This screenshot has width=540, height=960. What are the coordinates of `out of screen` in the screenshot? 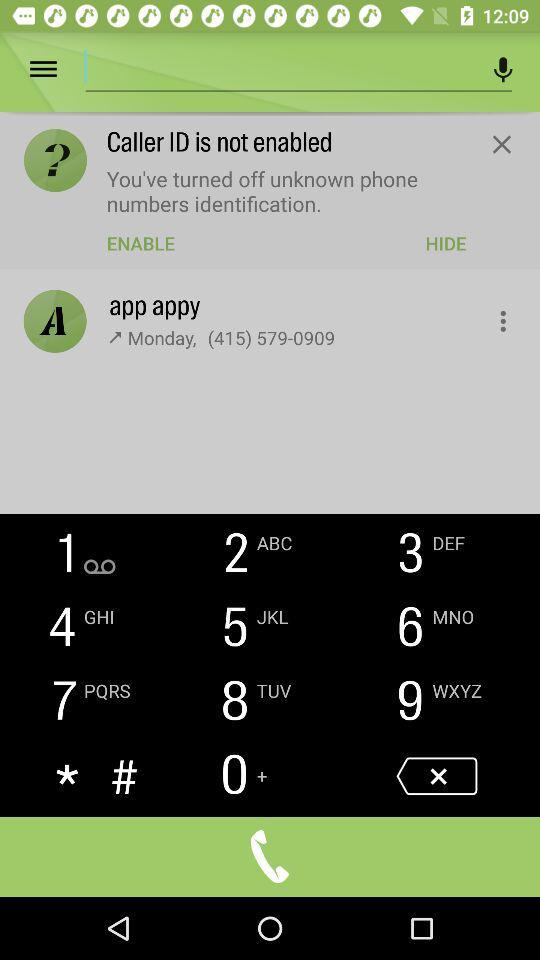 It's located at (500, 143).